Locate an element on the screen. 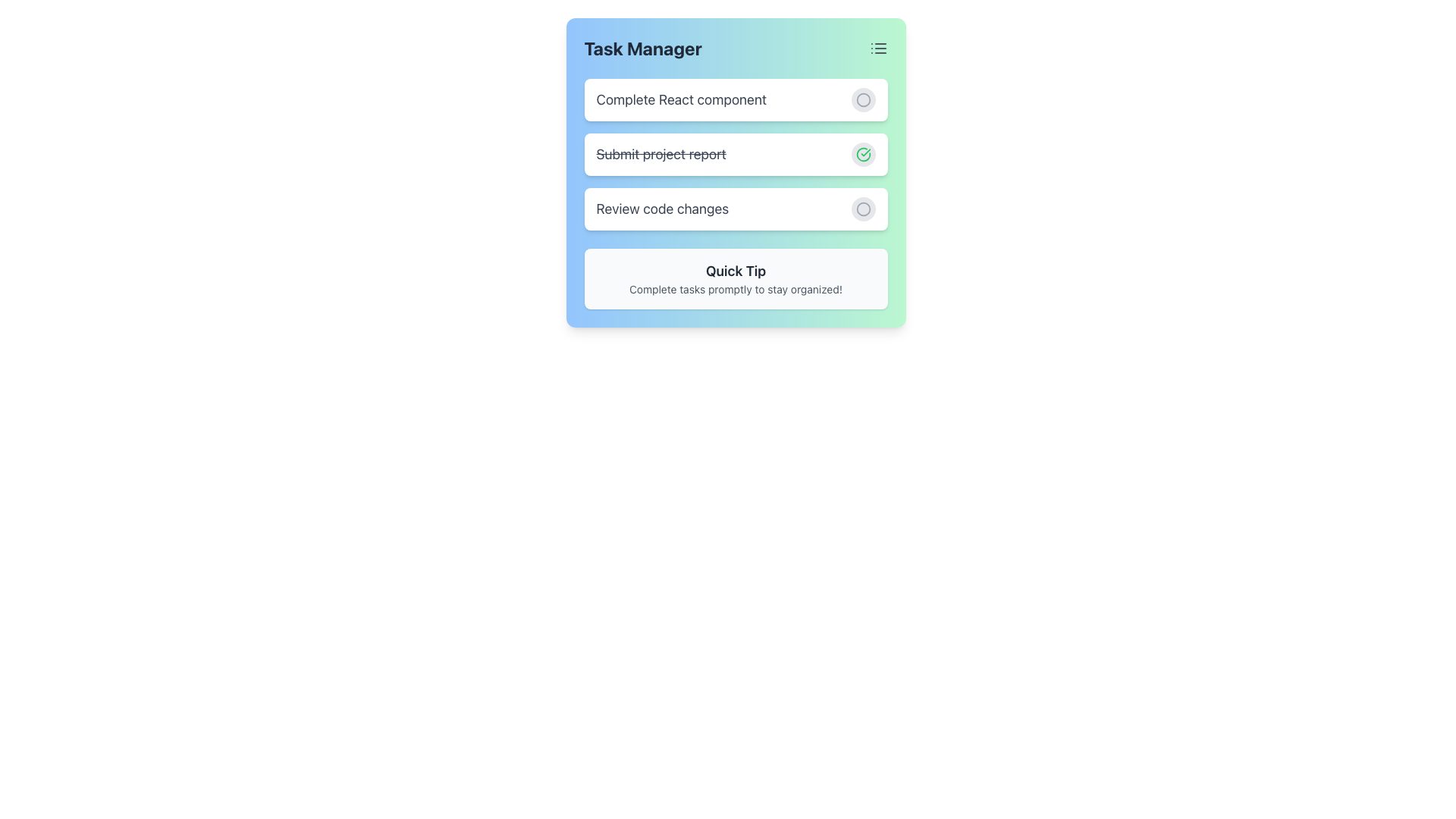  the Task status card element displaying the completed task 'Submit project report' with a green checkmark icon, located in the task manager interface is located at coordinates (736, 171).